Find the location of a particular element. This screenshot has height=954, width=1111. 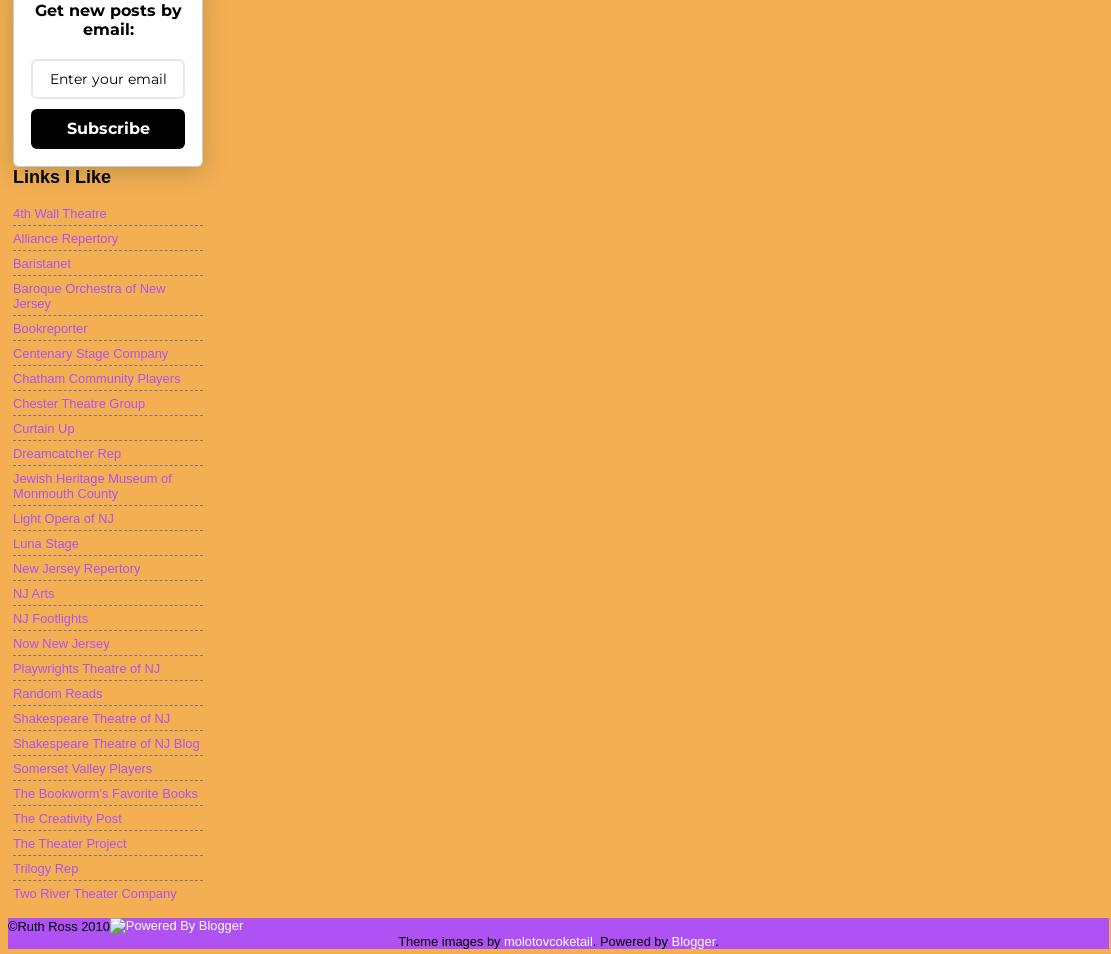

'Playwrights Theatre of NJ' is located at coordinates (85, 666).